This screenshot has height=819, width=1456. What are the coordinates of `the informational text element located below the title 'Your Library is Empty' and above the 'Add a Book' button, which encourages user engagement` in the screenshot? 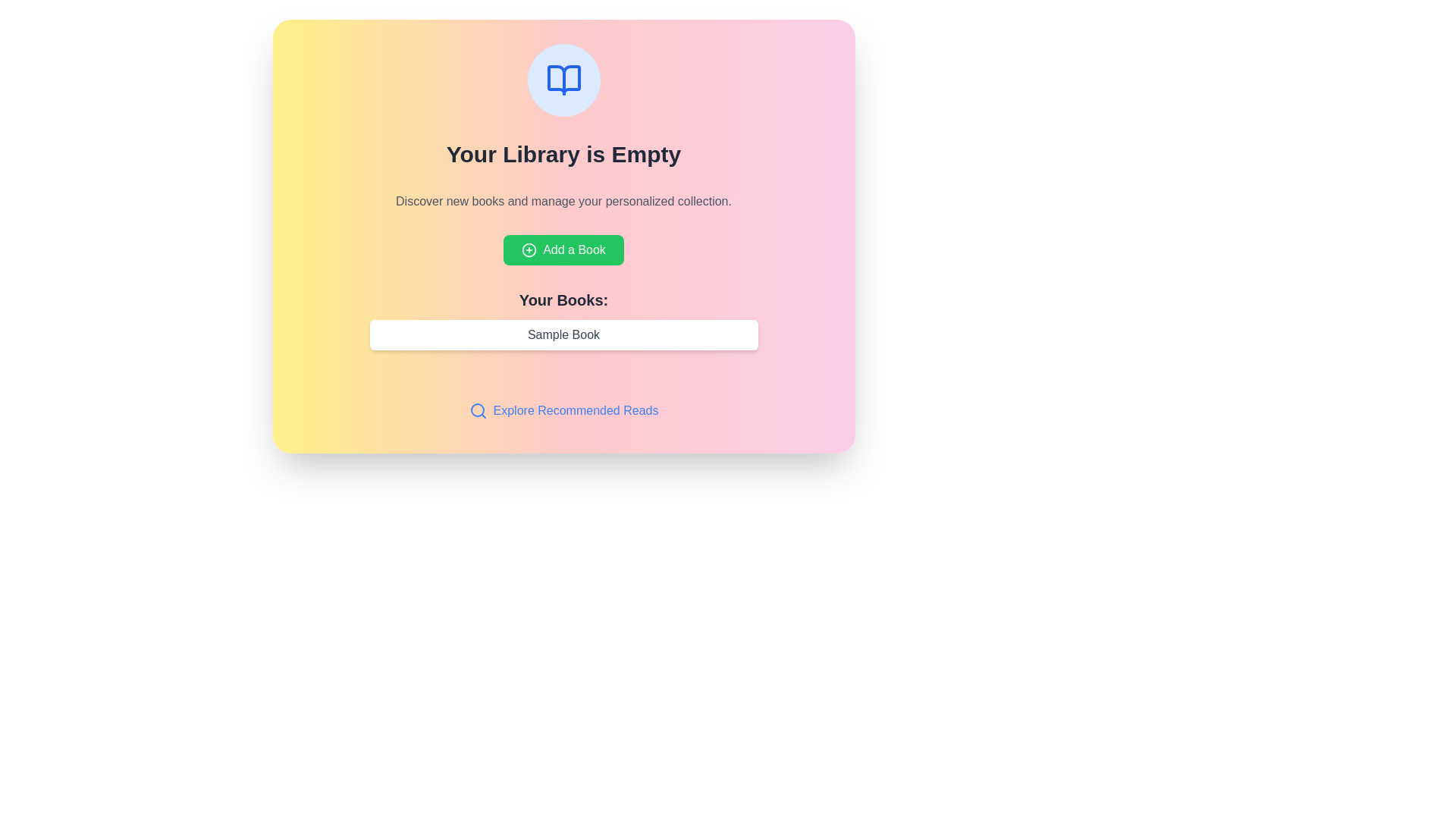 It's located at (563, 201).